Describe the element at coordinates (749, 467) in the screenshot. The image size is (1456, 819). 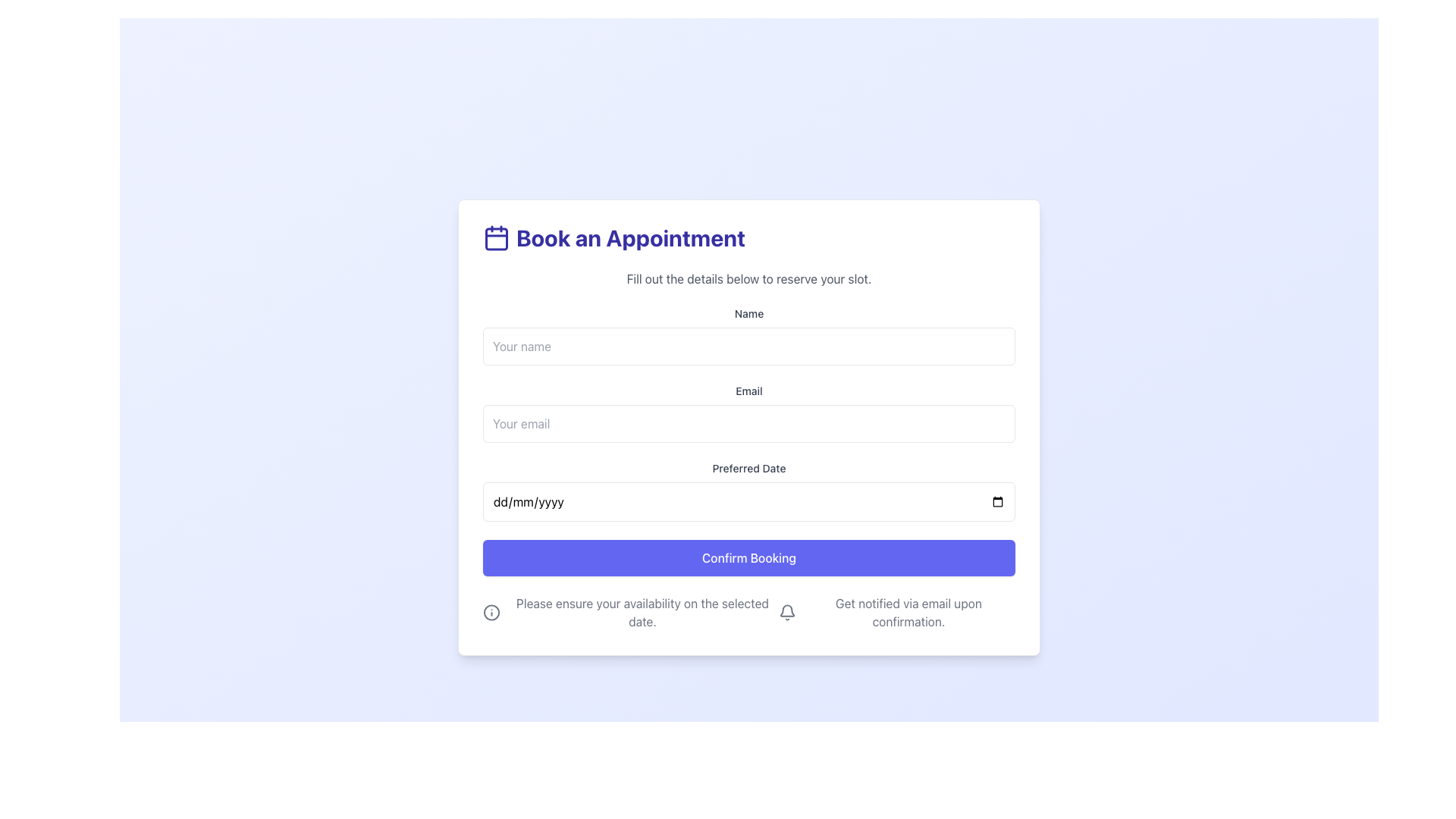
I see `the 'Preferred Date' text label, which is positioned directly above the date input field in the form layout` at that location.